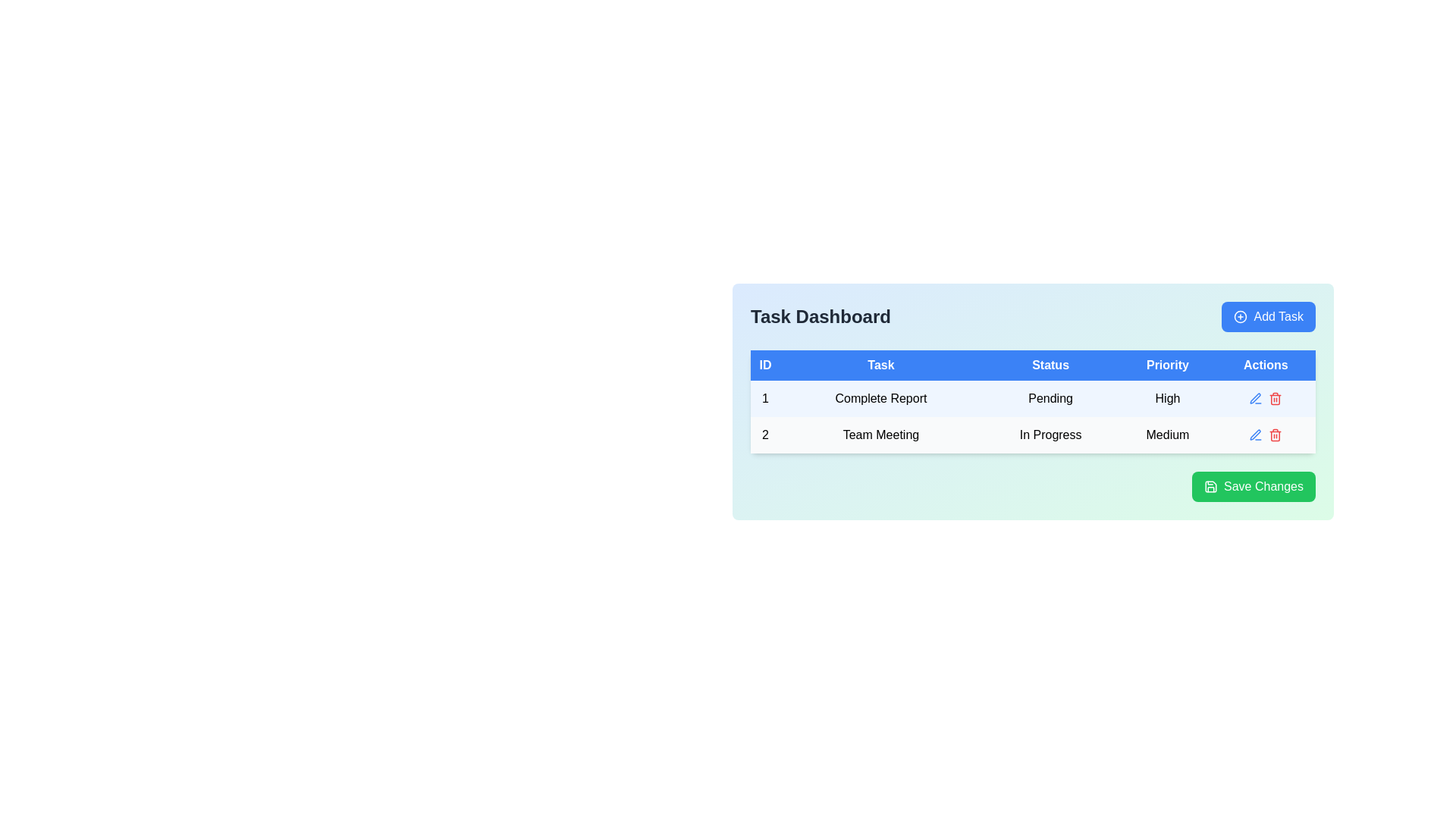  I want to click on the static text label that identifies the first entry in the tabular data under the 'ID' column, positioned at the top-left side of the table component, so click(765, 397).